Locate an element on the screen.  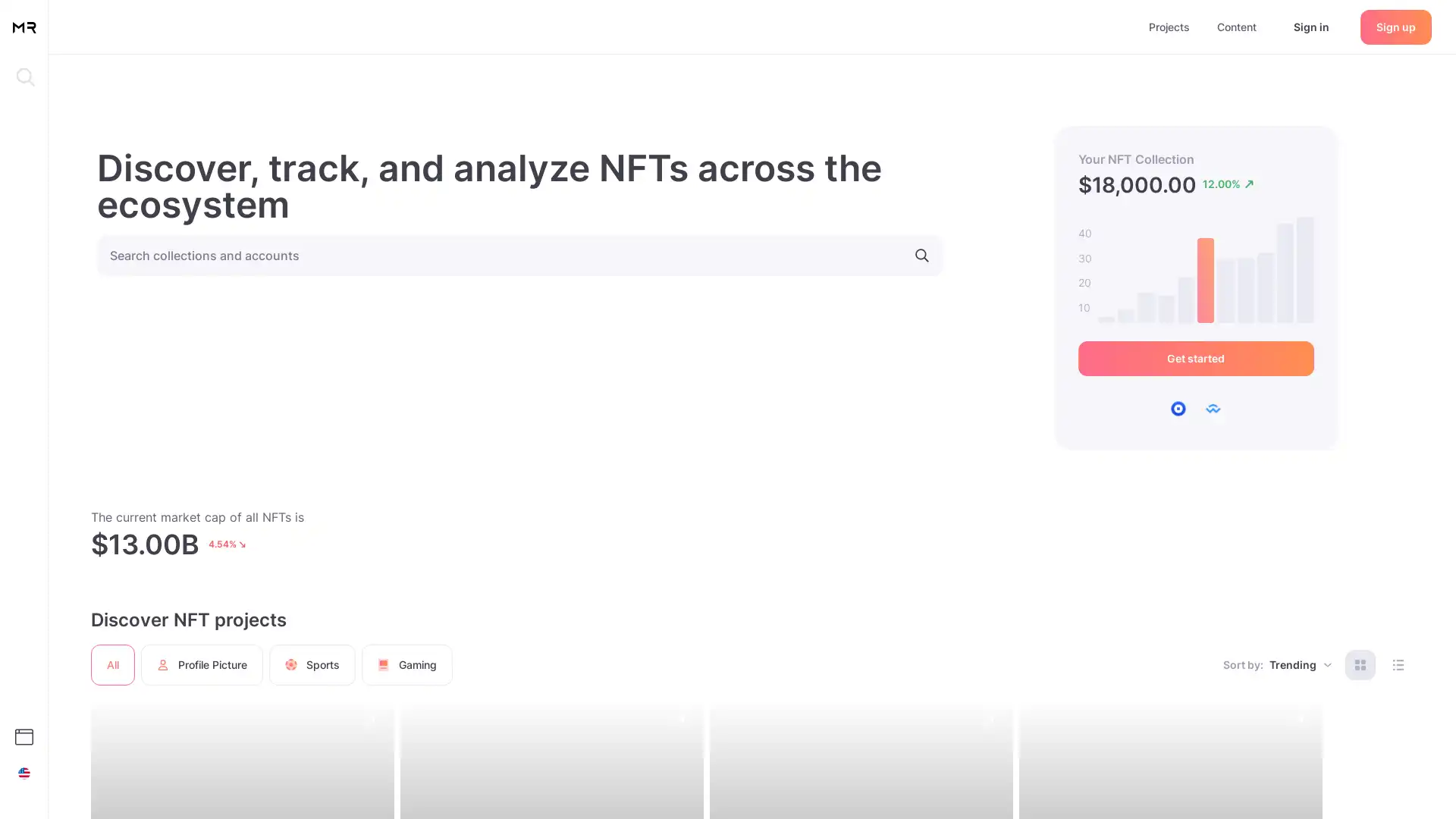
Sign in is located at coordinates (1310, 26).